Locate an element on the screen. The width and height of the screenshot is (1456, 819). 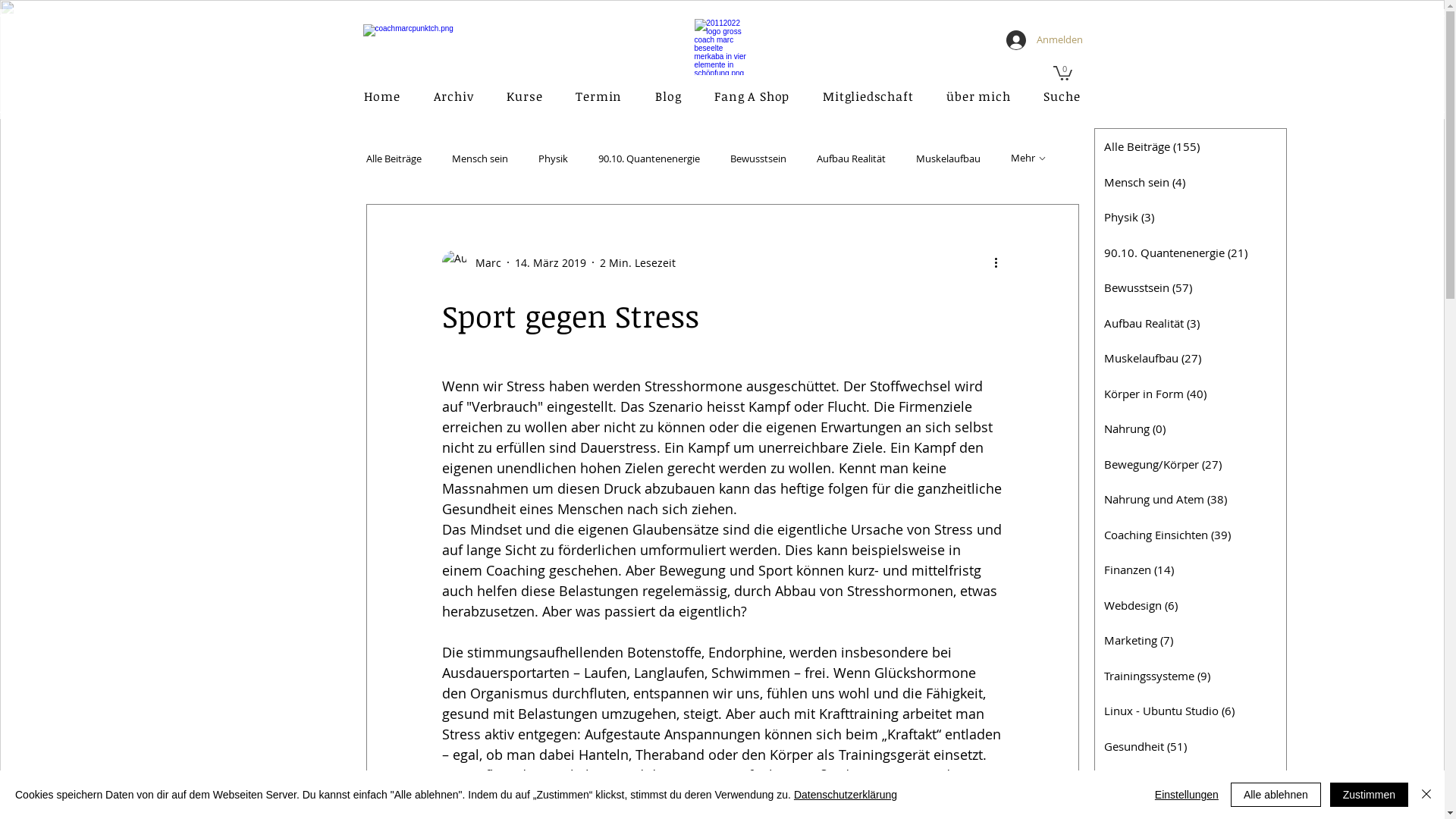
'Nahrung und Atem (38)' is located at coordinates (1189, 499).